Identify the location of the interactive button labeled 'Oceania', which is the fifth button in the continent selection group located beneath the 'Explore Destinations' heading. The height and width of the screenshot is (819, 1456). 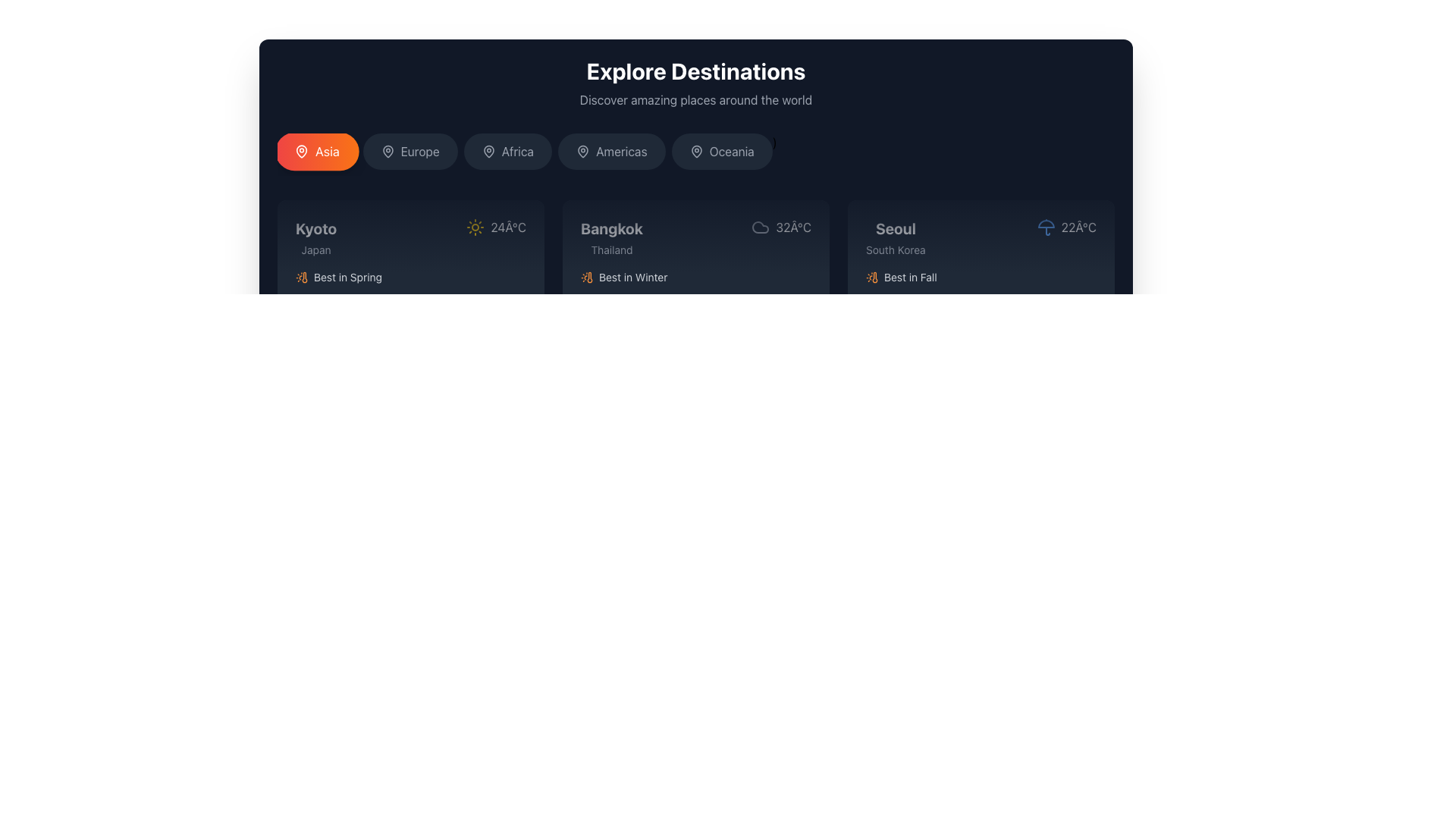
(732, 152).